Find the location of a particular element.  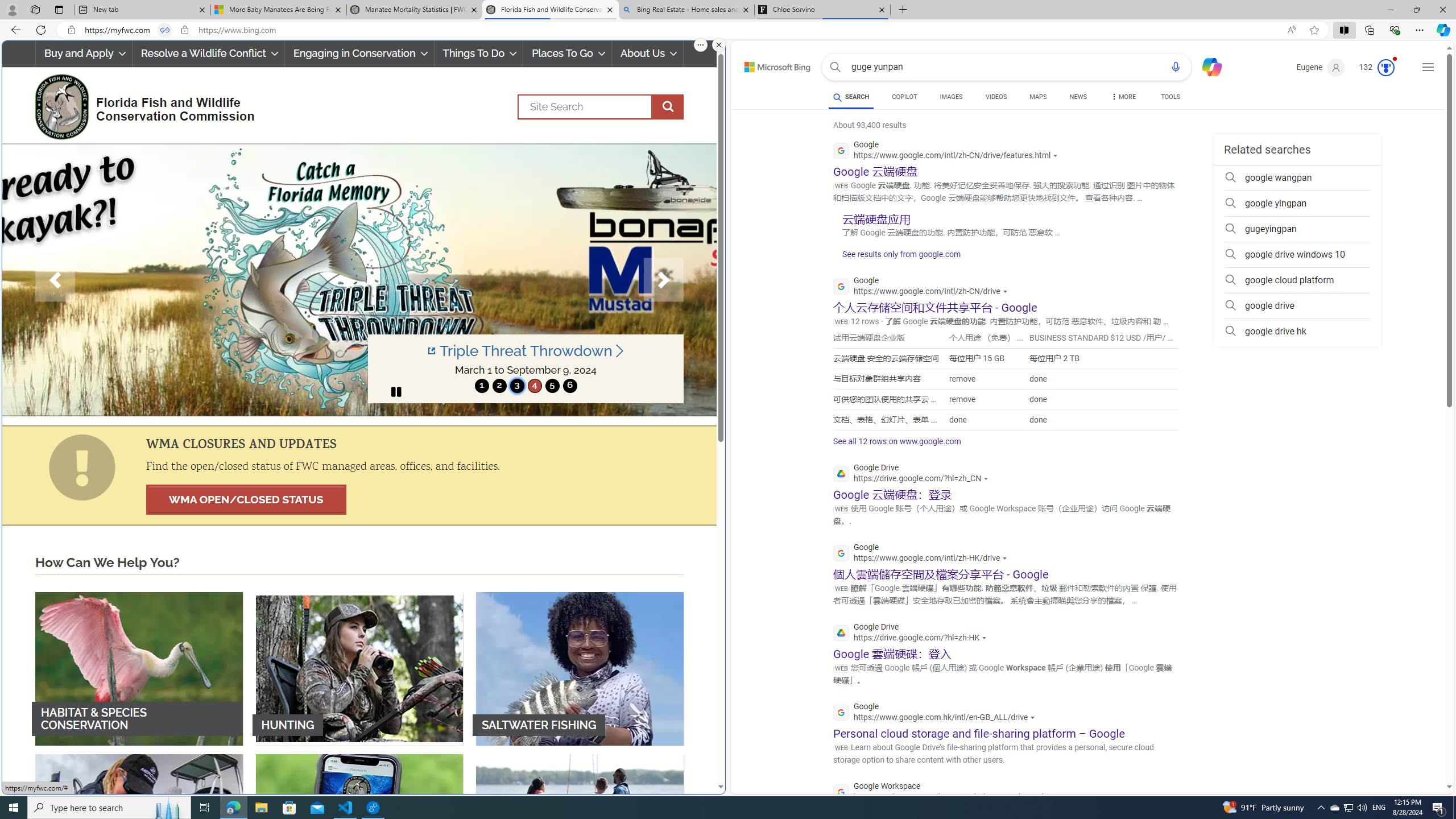

'Copilot (Ctrl+Shift+.)' is located at coordinates (1442, 29).